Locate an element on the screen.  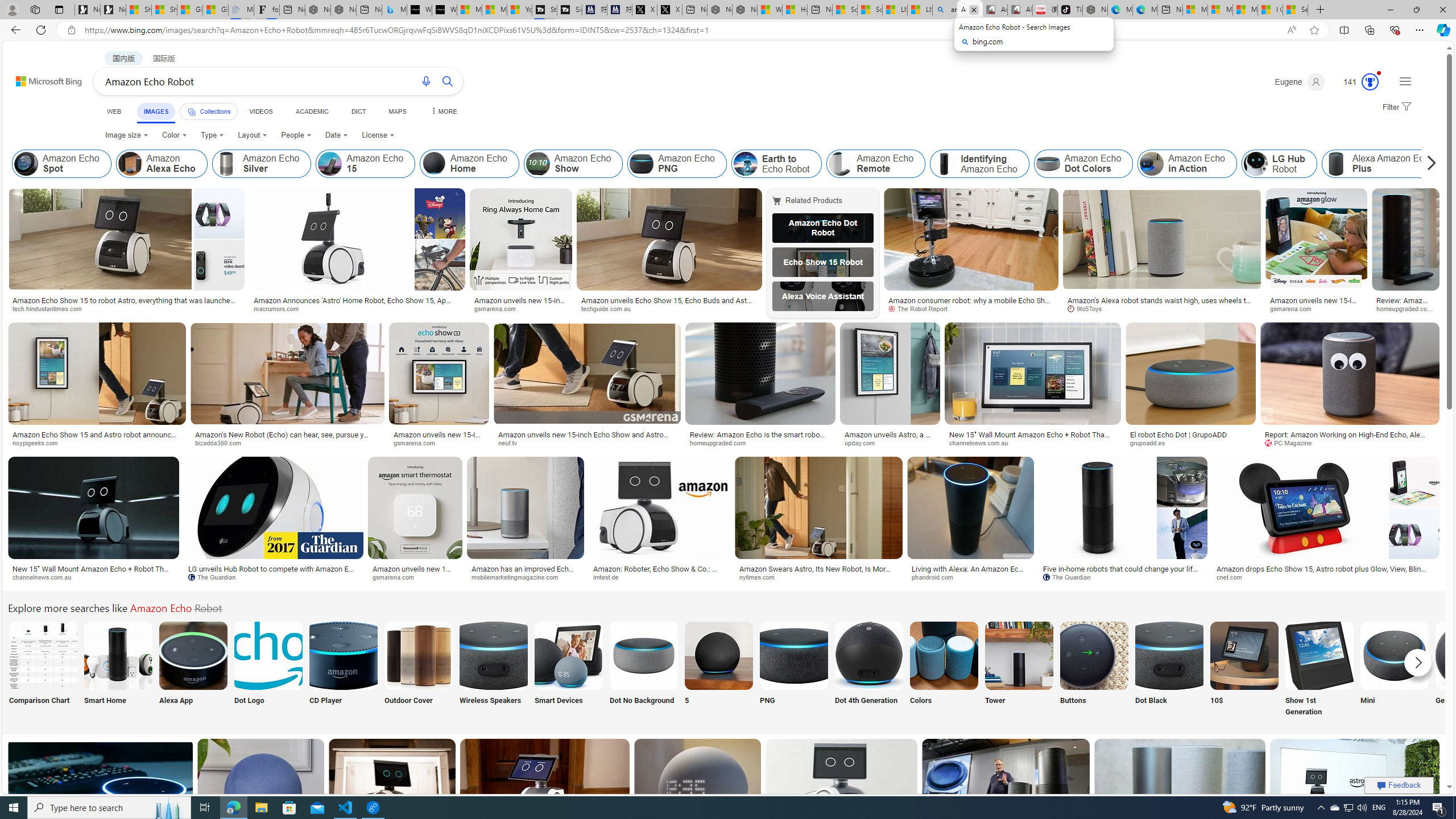
'CD Player' is located at coordinates (342, 669).